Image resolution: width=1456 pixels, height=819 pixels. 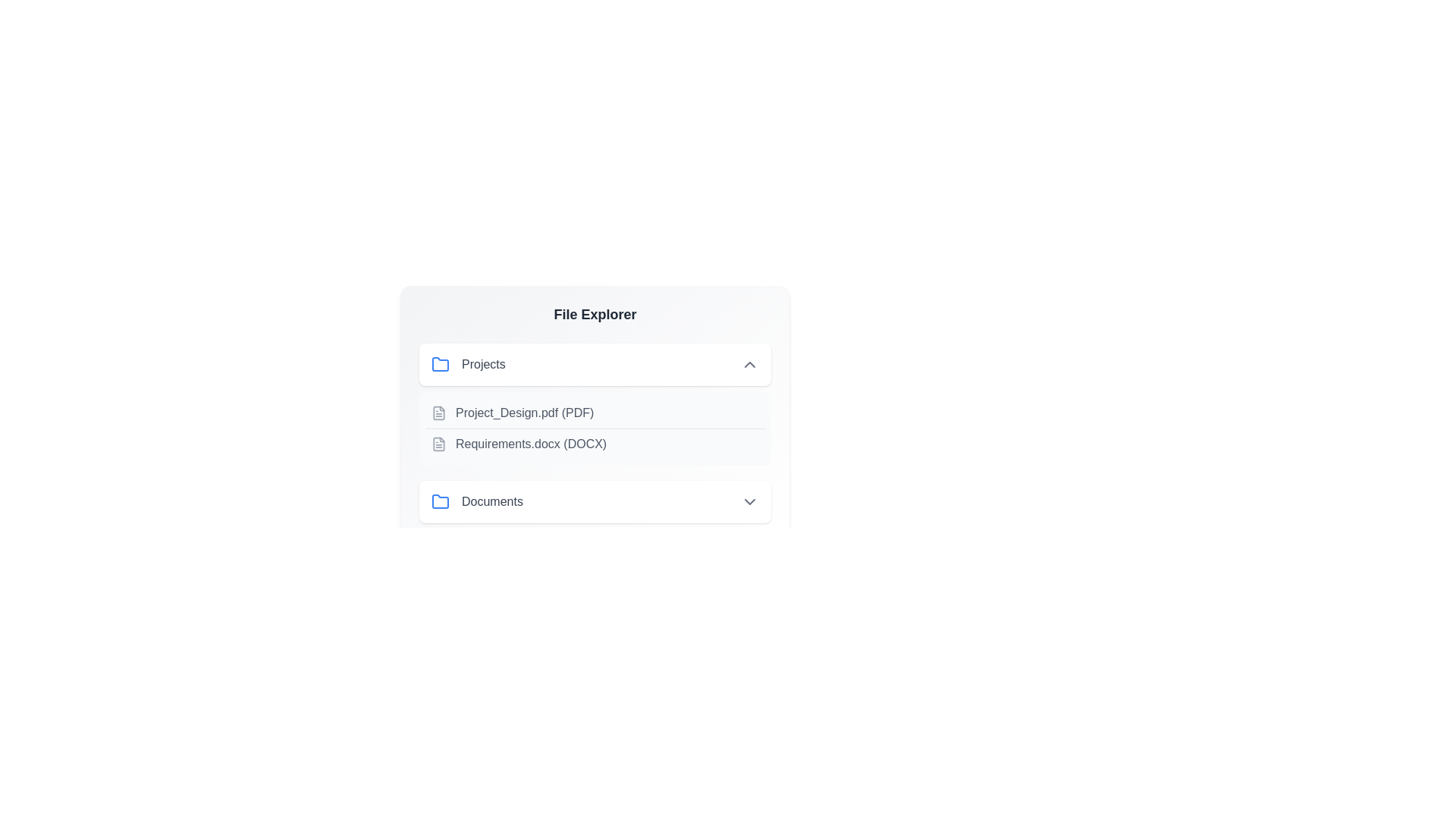 What do you see at coordinates (595, 413) in the screenshot?
I see `the file or directory identified by Project_Design.pdf` at bounding box center [595, 413].